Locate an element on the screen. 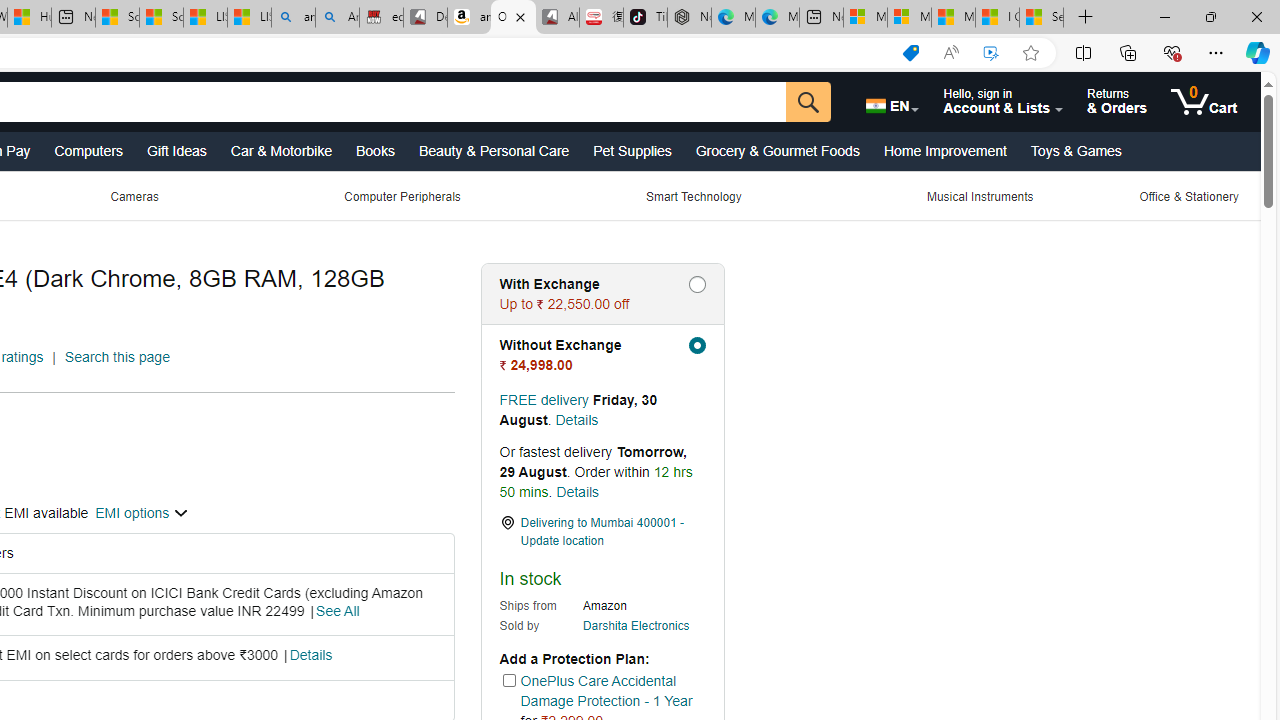  'Toys & Games' is located at coordinates (1074, 149).